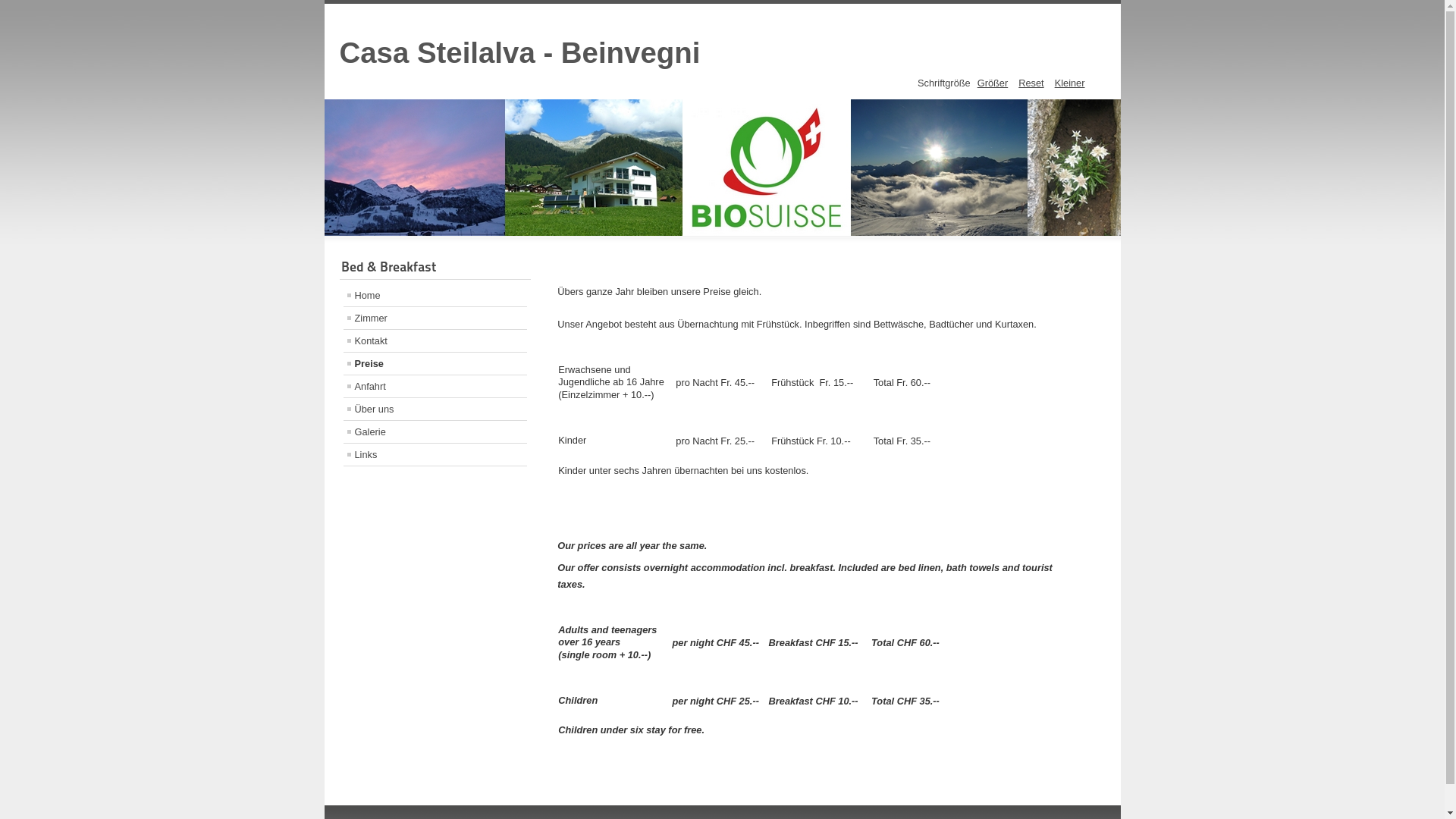 This screenshot has height=819, width=1456. What do you see at coordinates (341, 453) in the screenshot?
I see `'Links'` at bounding box center [341, 453].